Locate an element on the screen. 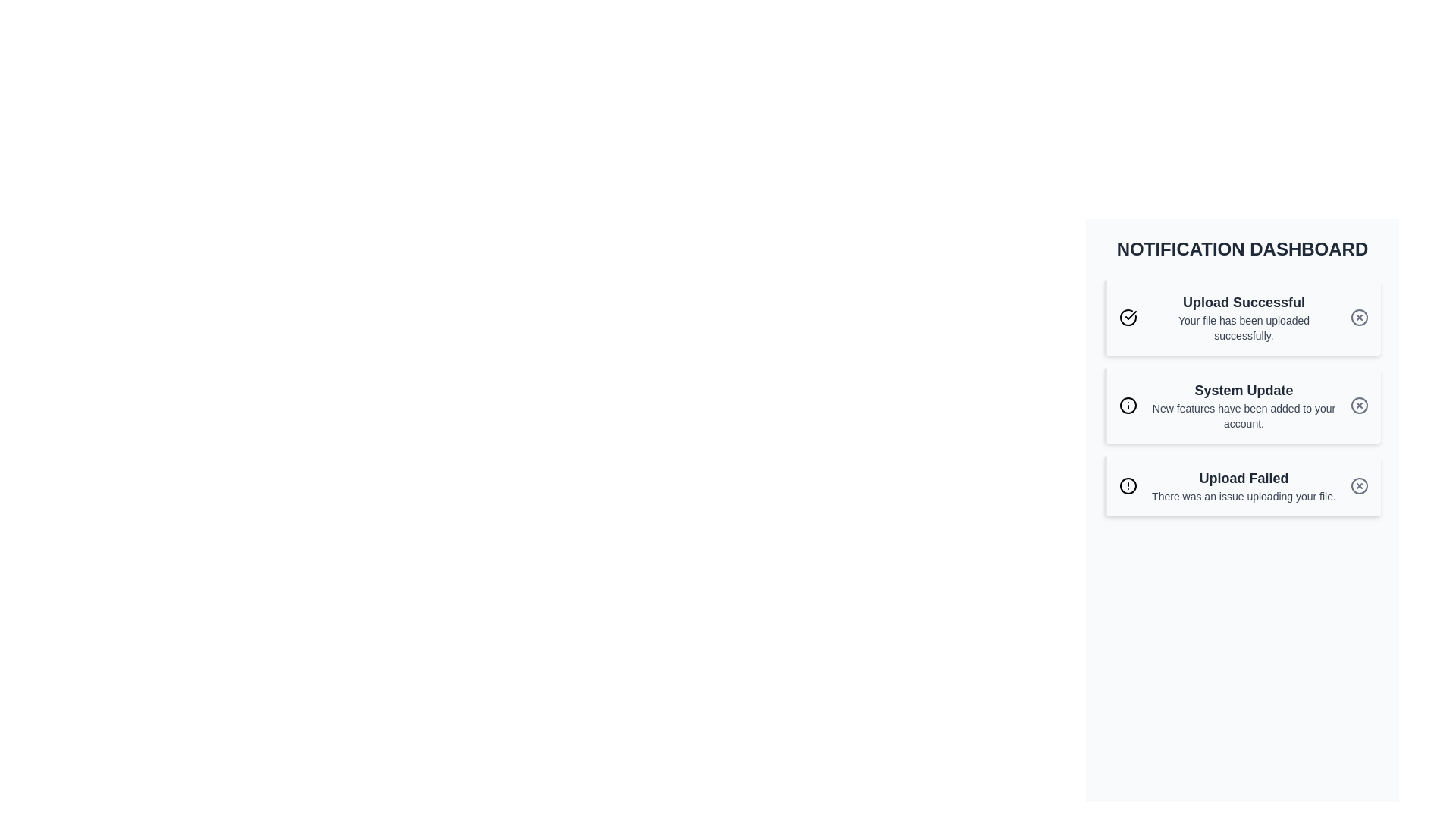 This screenshot has width=1456, height=819. notification text of the 'Upload Successful' notification, which is the first notification in the notification list under the header 'NOTIFICATION DASHBOARD' is located at coordinates (1244, 317).